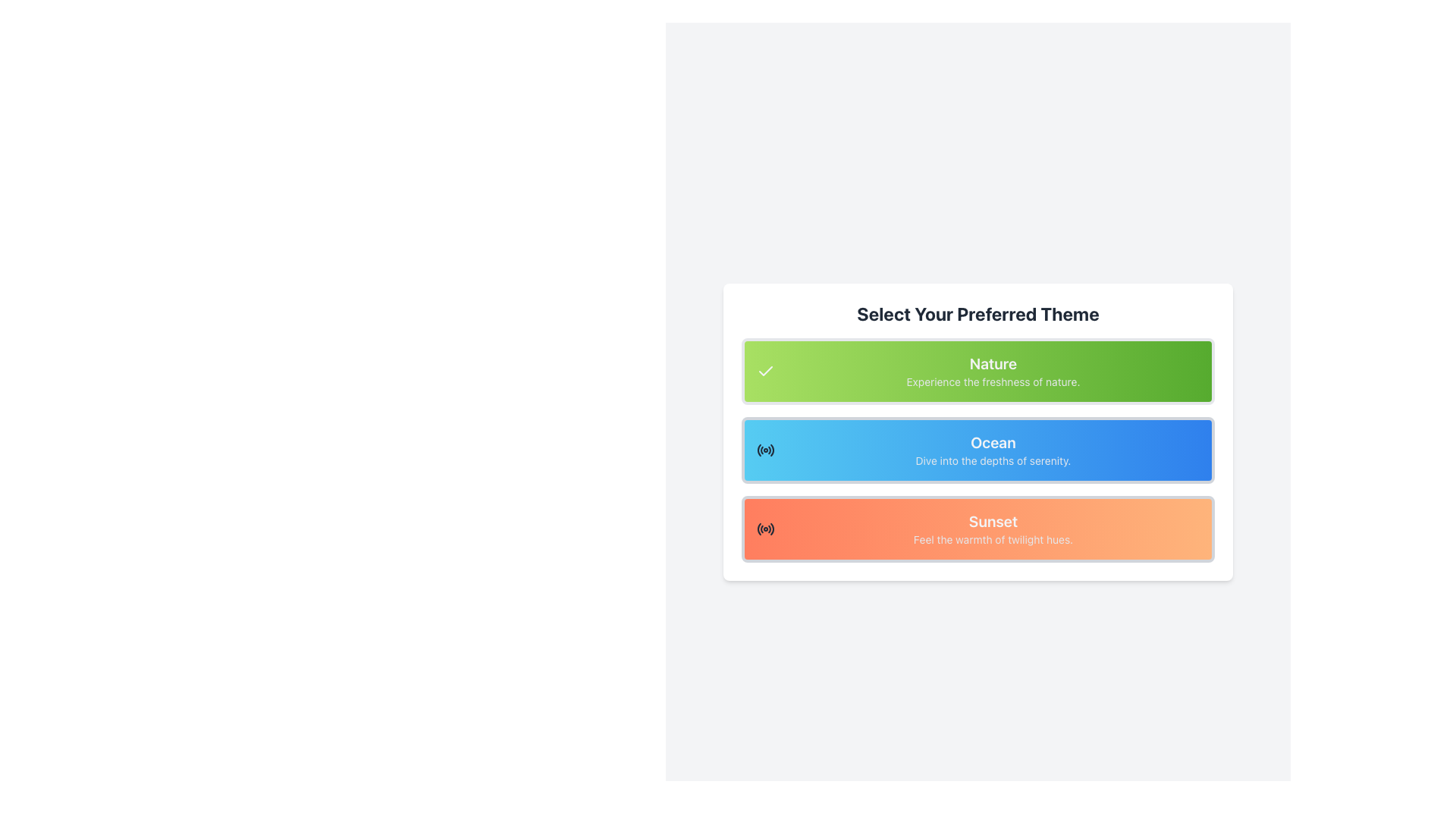 This screenshot has width=1456, height=819. Describe the element at coordinates (978, 450) in the screenshot. I see `the 'Ocean' theme button, which is the second option in the theme selection list under 'Select Your Preferred Theme'` at that location.